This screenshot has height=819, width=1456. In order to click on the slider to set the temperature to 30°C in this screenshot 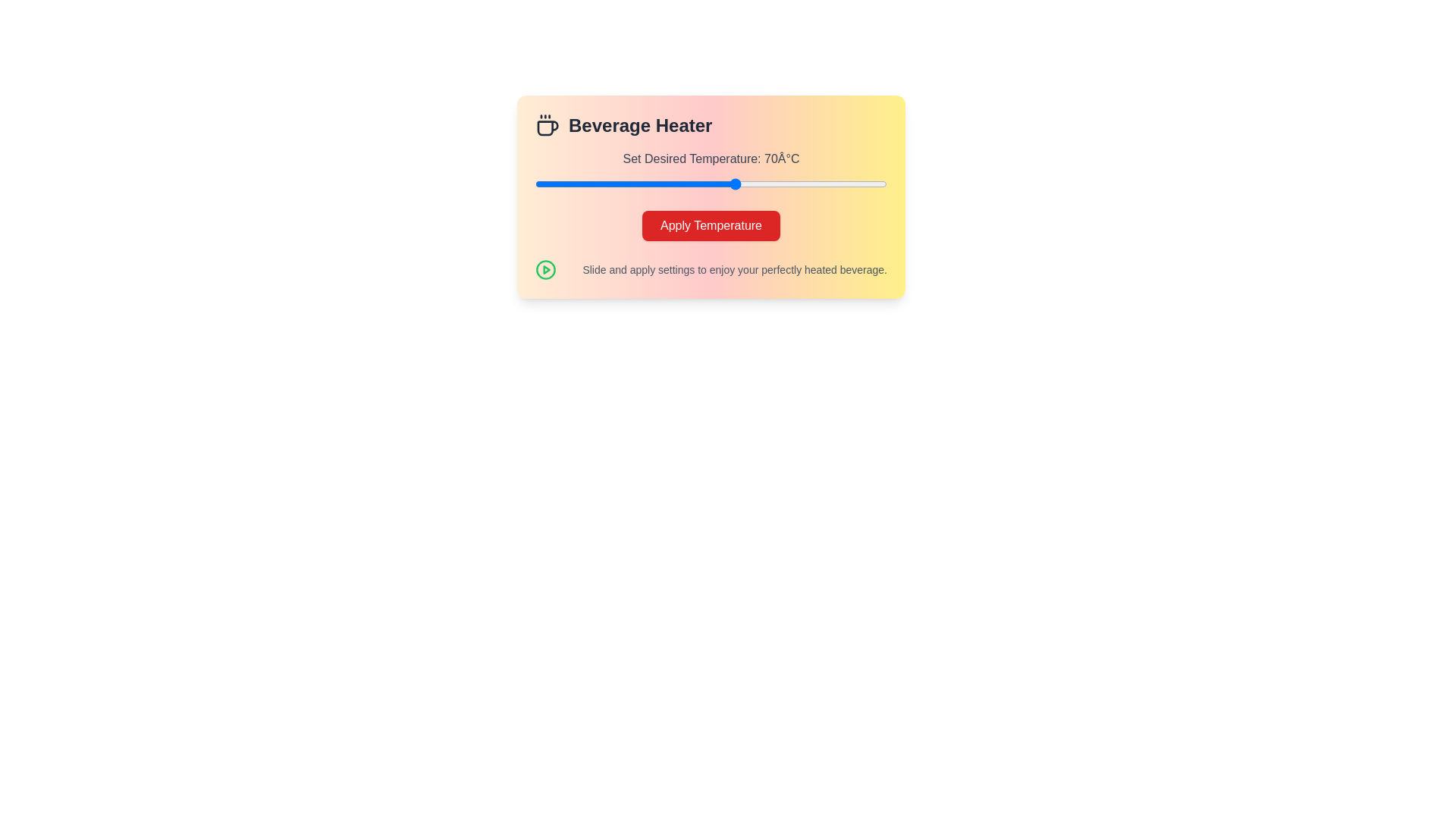, I will do `click(535, 184)`.